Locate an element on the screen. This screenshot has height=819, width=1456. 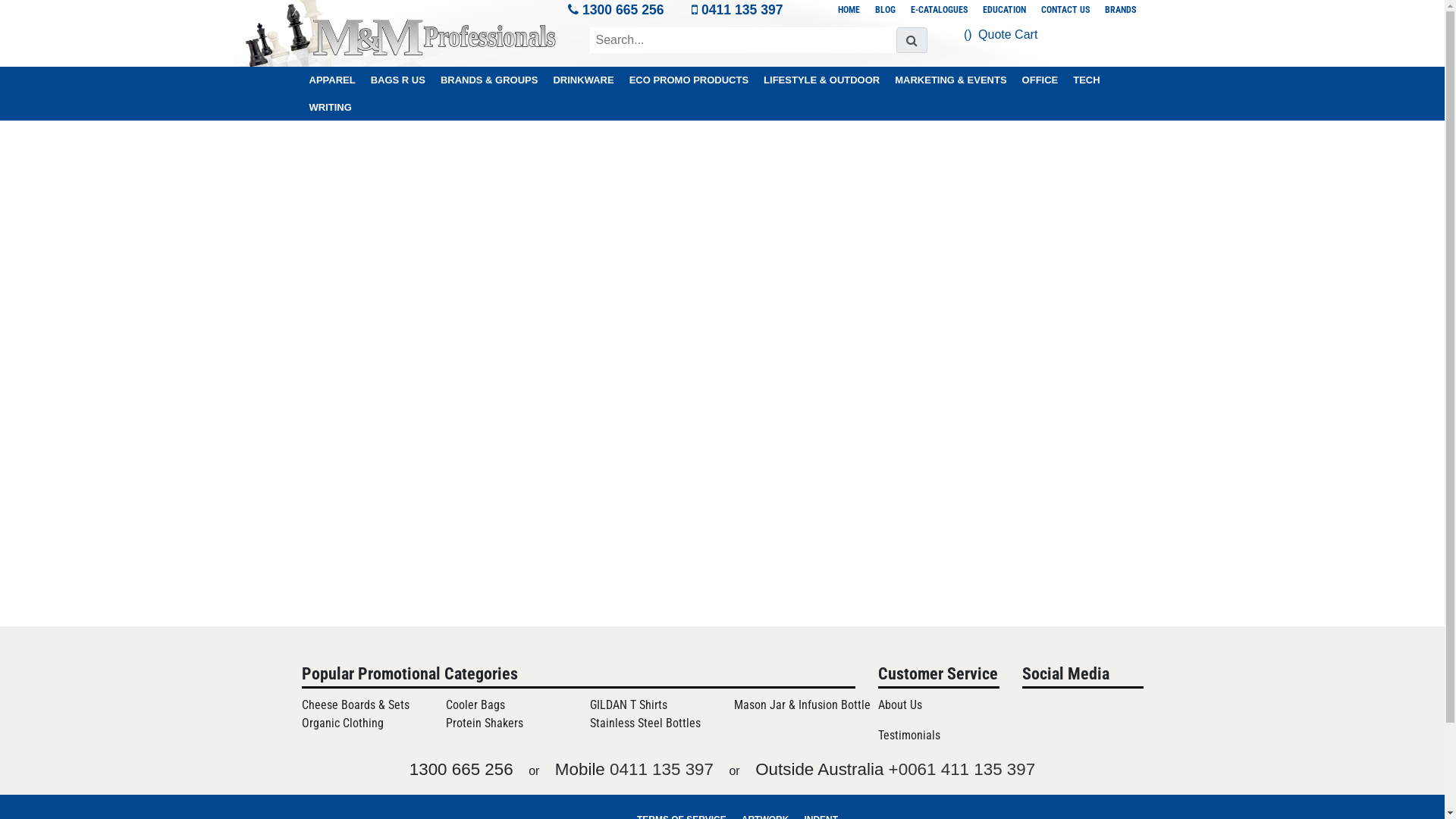
'E-CATALOGUES' is located at coordinates (937, 9).